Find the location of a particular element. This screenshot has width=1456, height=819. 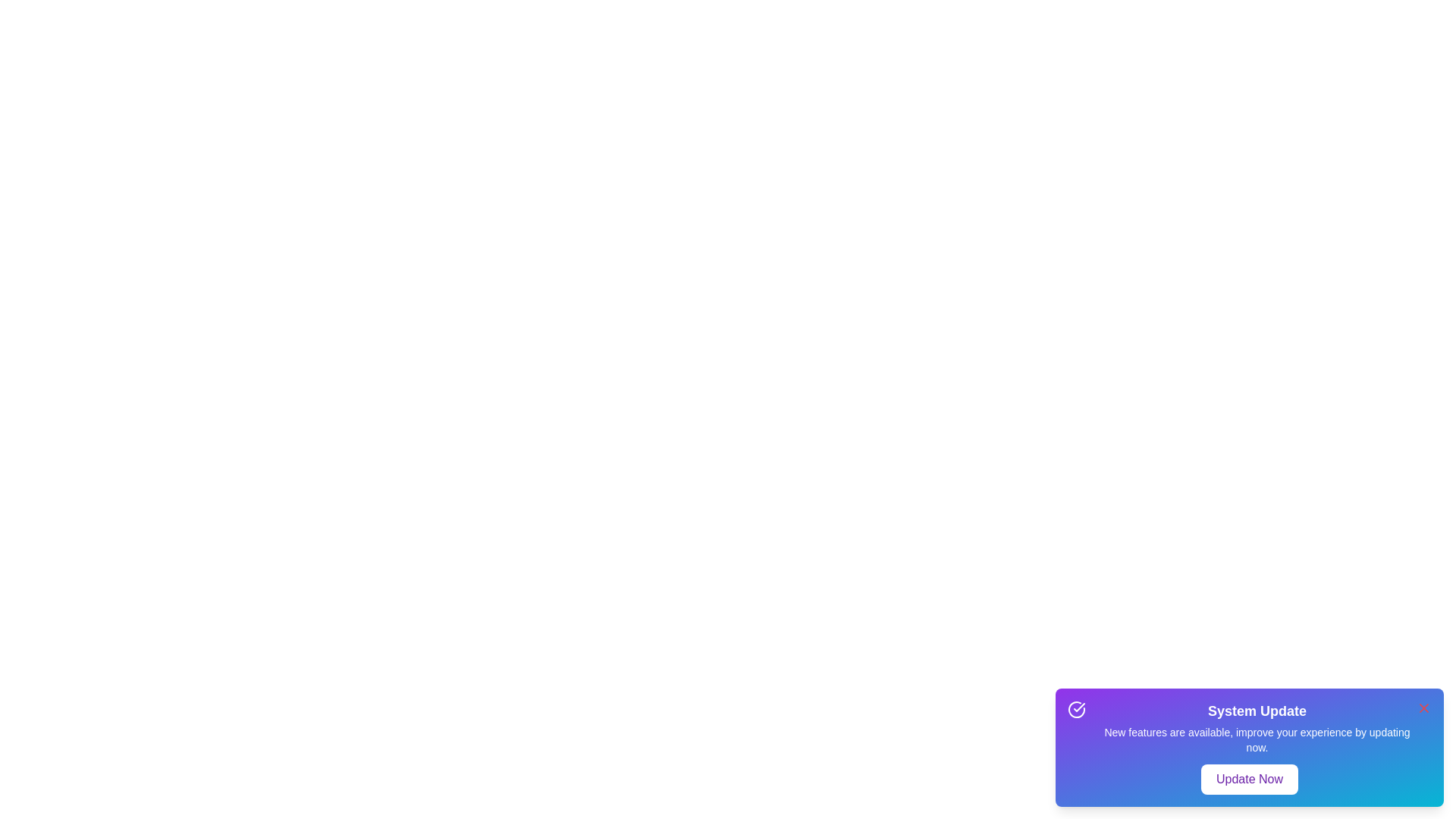

the close button to dismiss the notification is located at coordinates (1423, 708).